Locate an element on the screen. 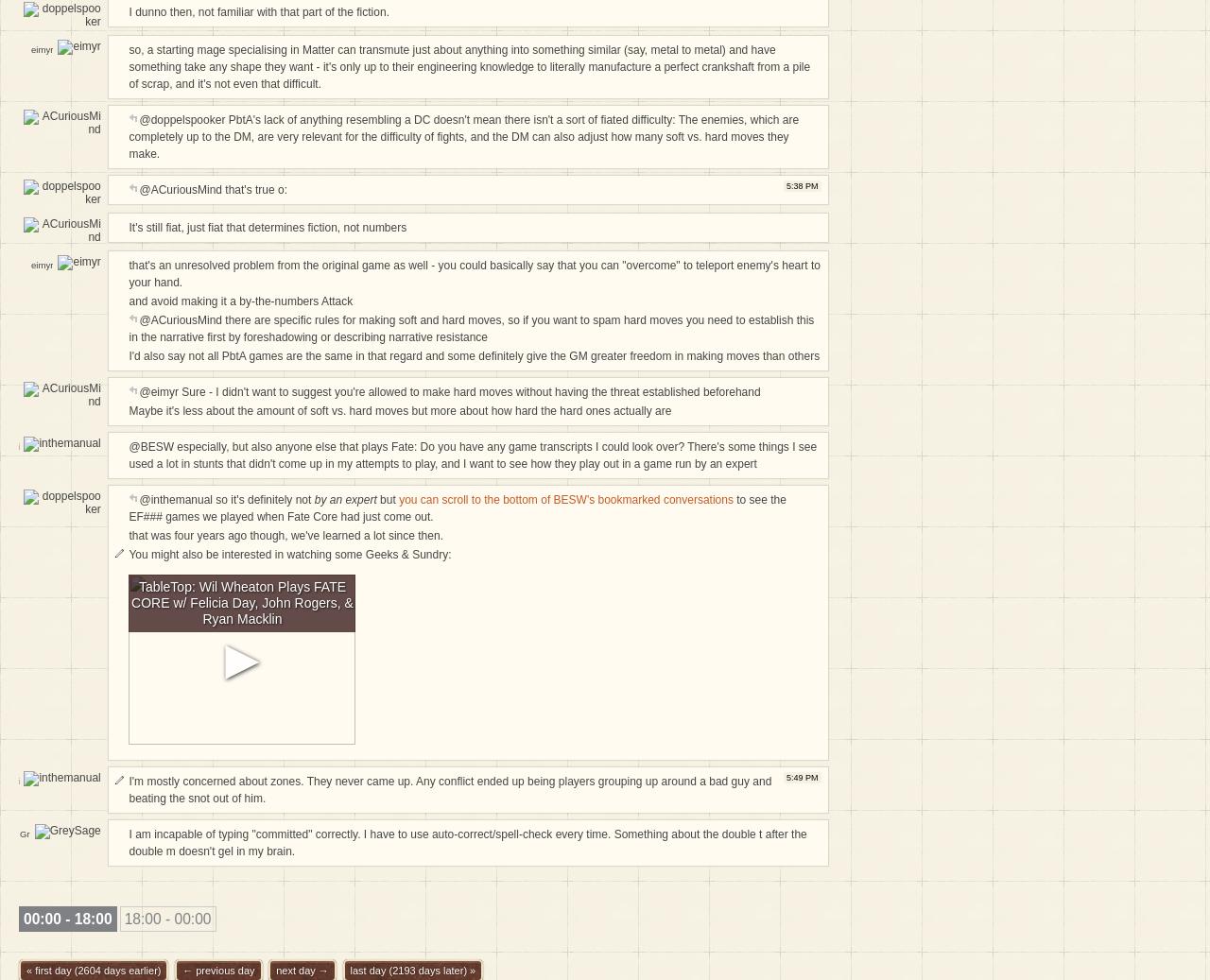 This screenshot has width=1210, height=980. 'GreySage' is located at coordinates (24, 850).